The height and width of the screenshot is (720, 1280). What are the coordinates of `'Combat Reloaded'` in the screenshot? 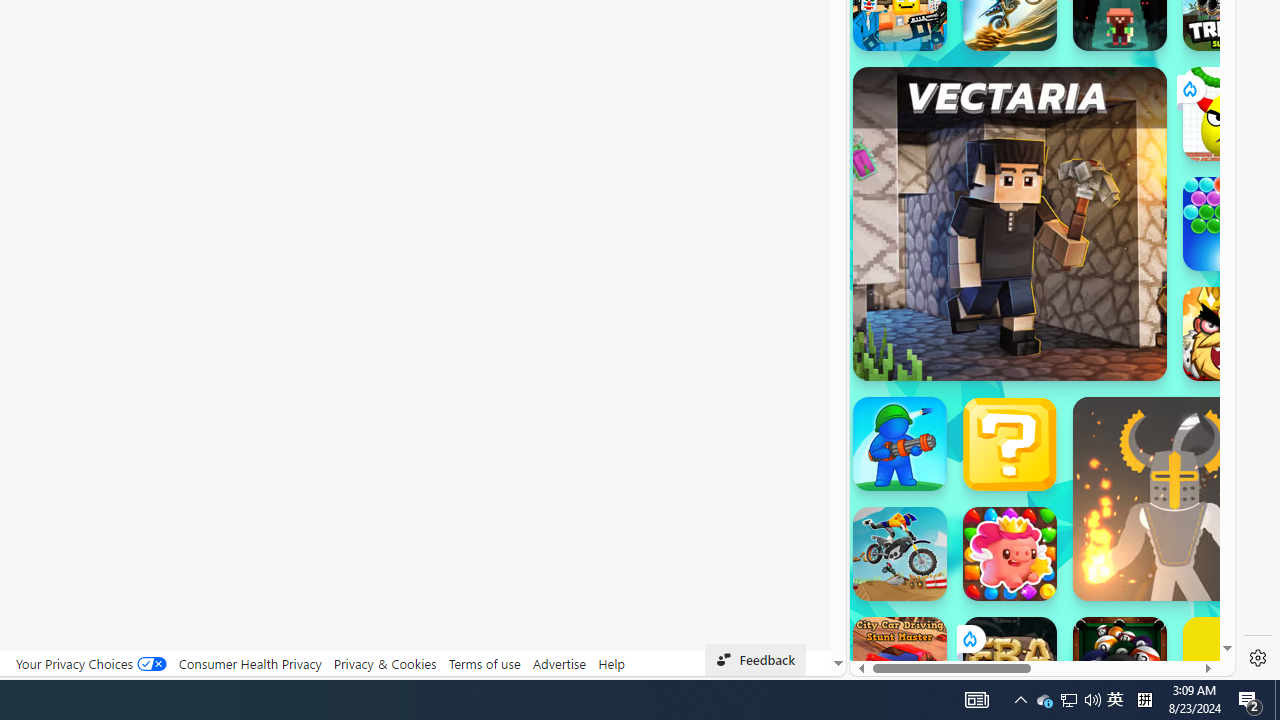 It's located at (1092, 300).